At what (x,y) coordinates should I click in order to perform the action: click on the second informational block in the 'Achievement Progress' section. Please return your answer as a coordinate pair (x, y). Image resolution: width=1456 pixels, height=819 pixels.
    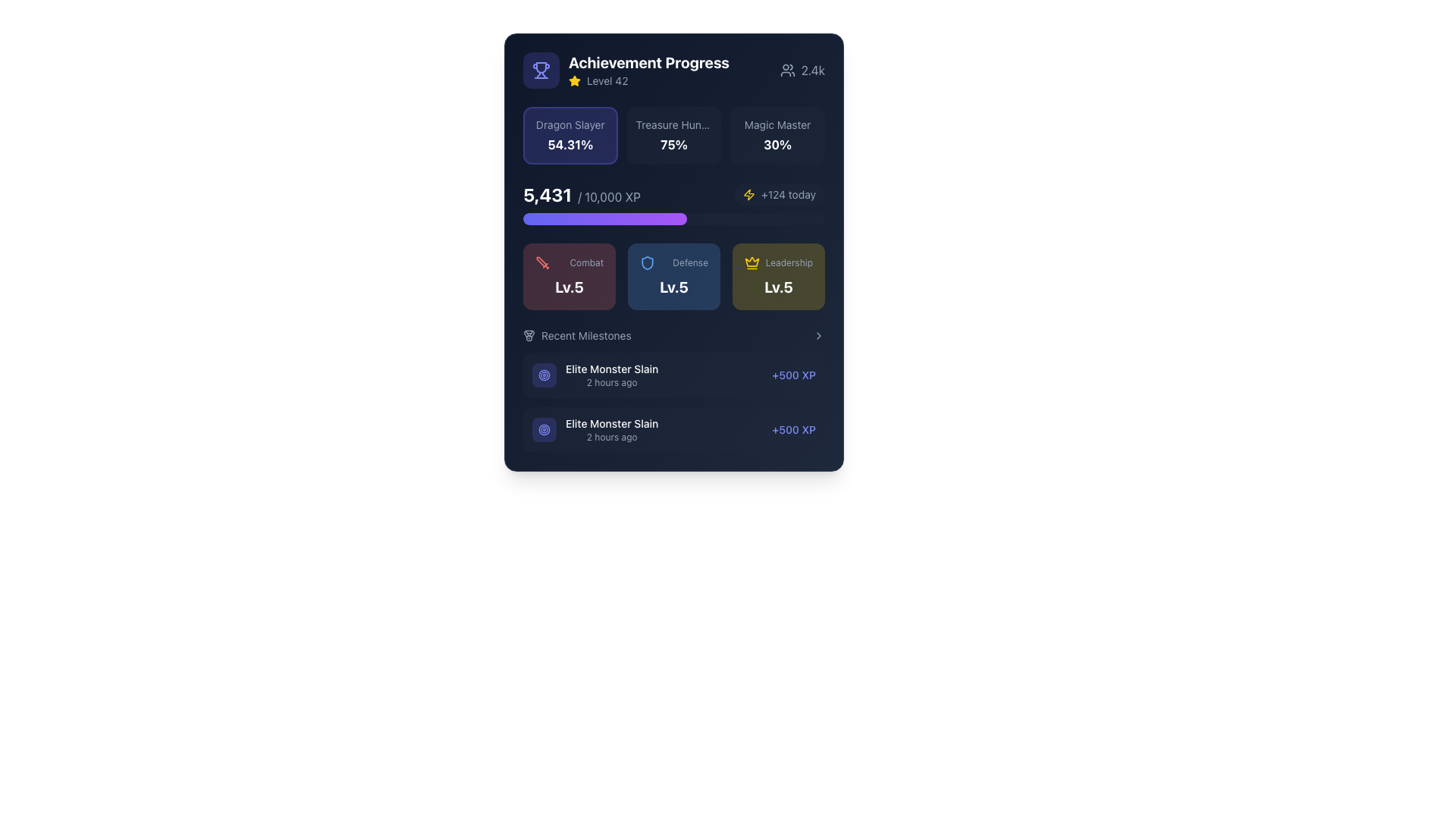
    Looking at the image, I should click on (673, 134).